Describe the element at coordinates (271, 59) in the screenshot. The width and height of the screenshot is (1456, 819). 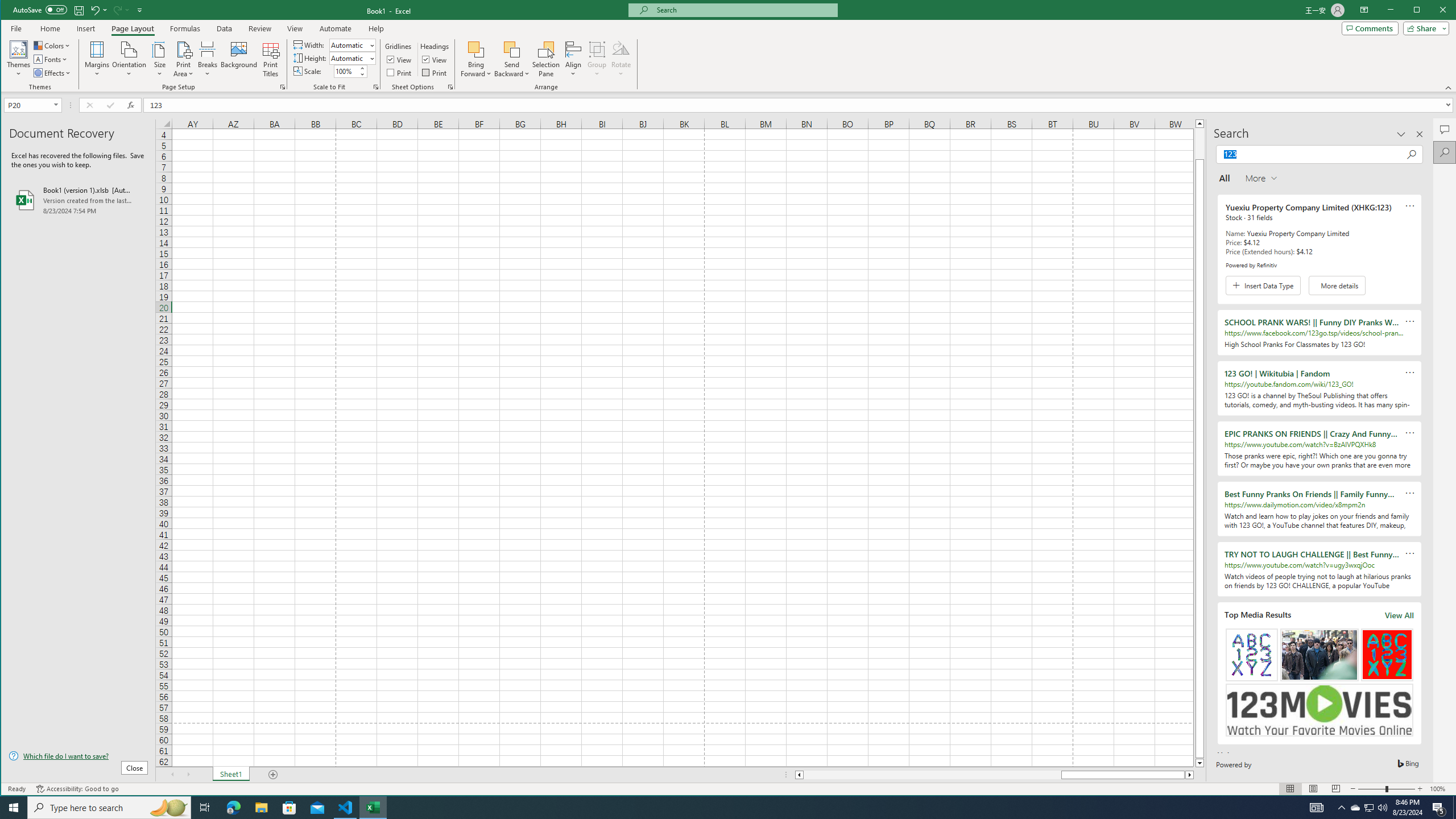
I see `'Print Titles'` at that location.